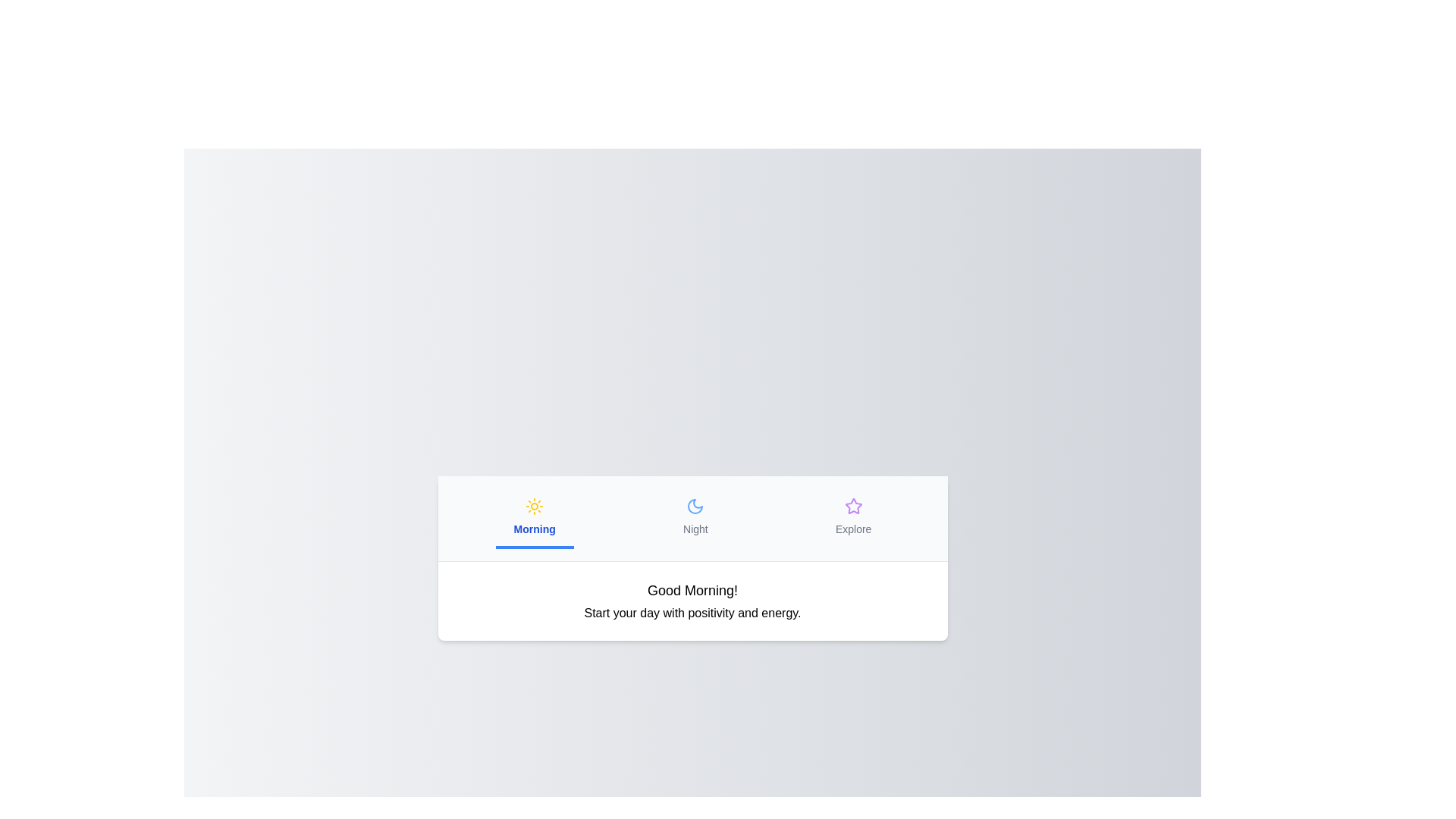 This screenshot has height=819, width=1456. I want to click on the Morning tab by clicking on it, so click(535, 516).